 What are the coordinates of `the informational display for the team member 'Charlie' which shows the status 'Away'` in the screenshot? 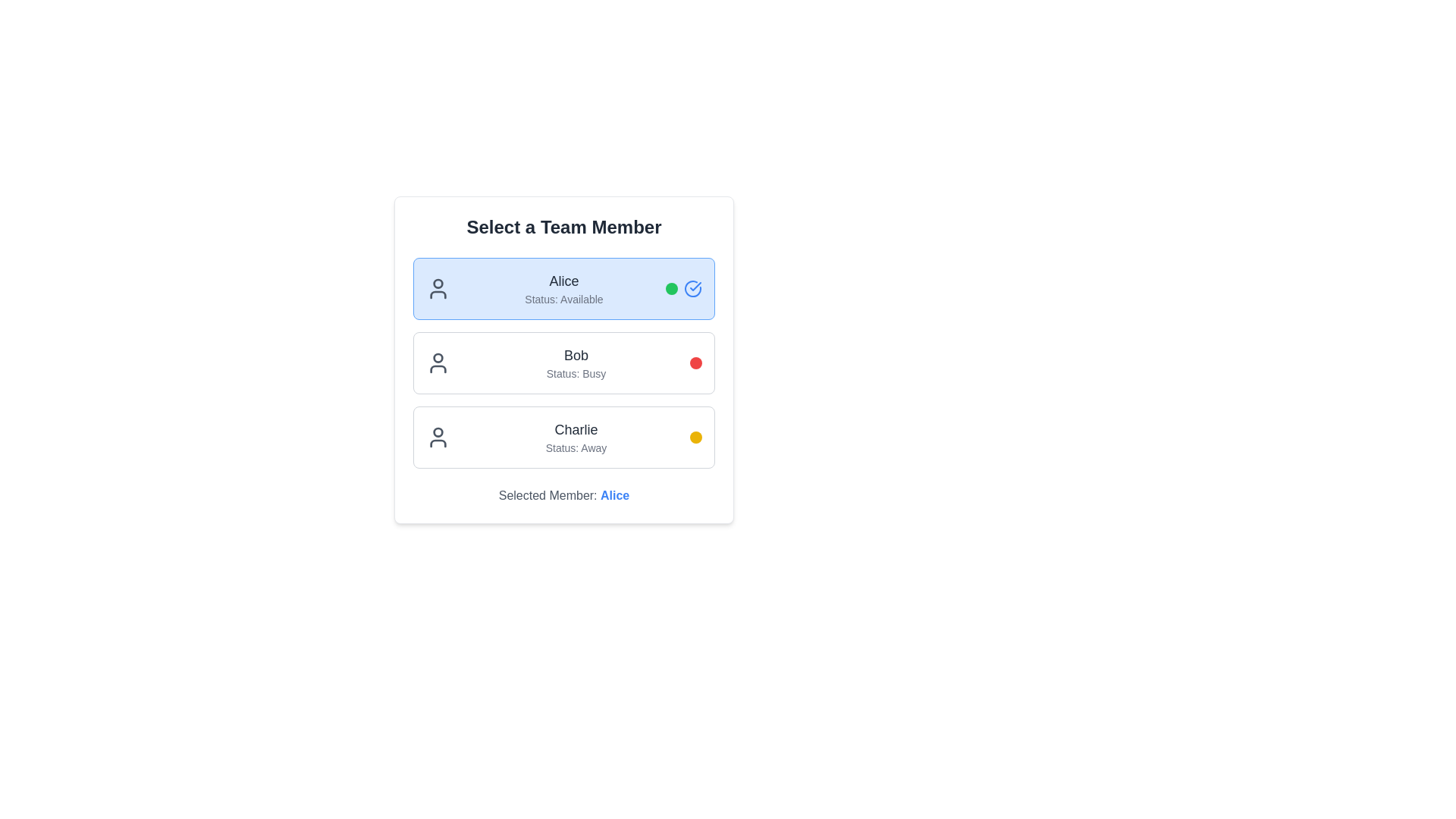 It's located at (575, 438).